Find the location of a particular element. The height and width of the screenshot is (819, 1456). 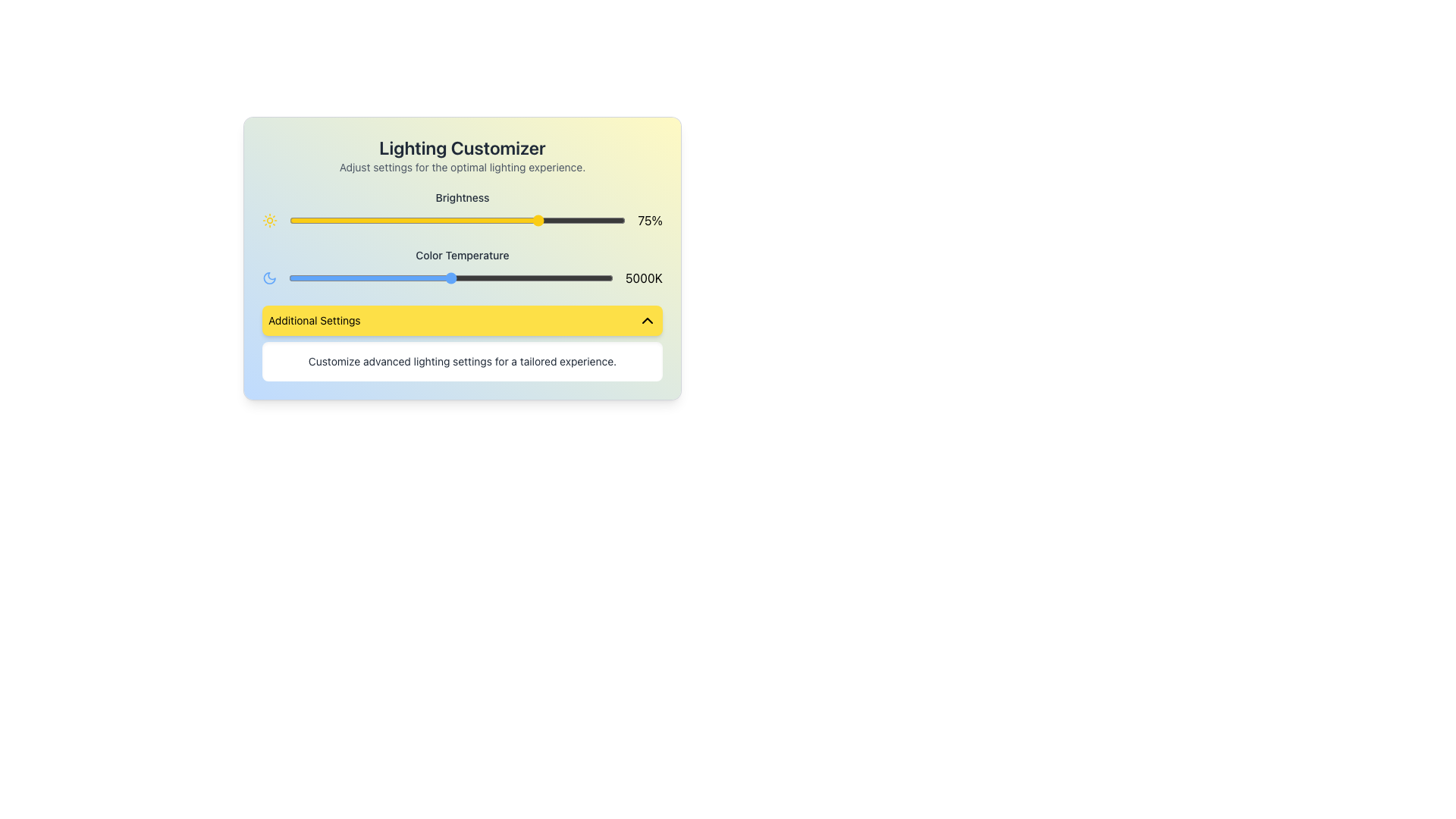

brightness is located at coordinates (377, 220).